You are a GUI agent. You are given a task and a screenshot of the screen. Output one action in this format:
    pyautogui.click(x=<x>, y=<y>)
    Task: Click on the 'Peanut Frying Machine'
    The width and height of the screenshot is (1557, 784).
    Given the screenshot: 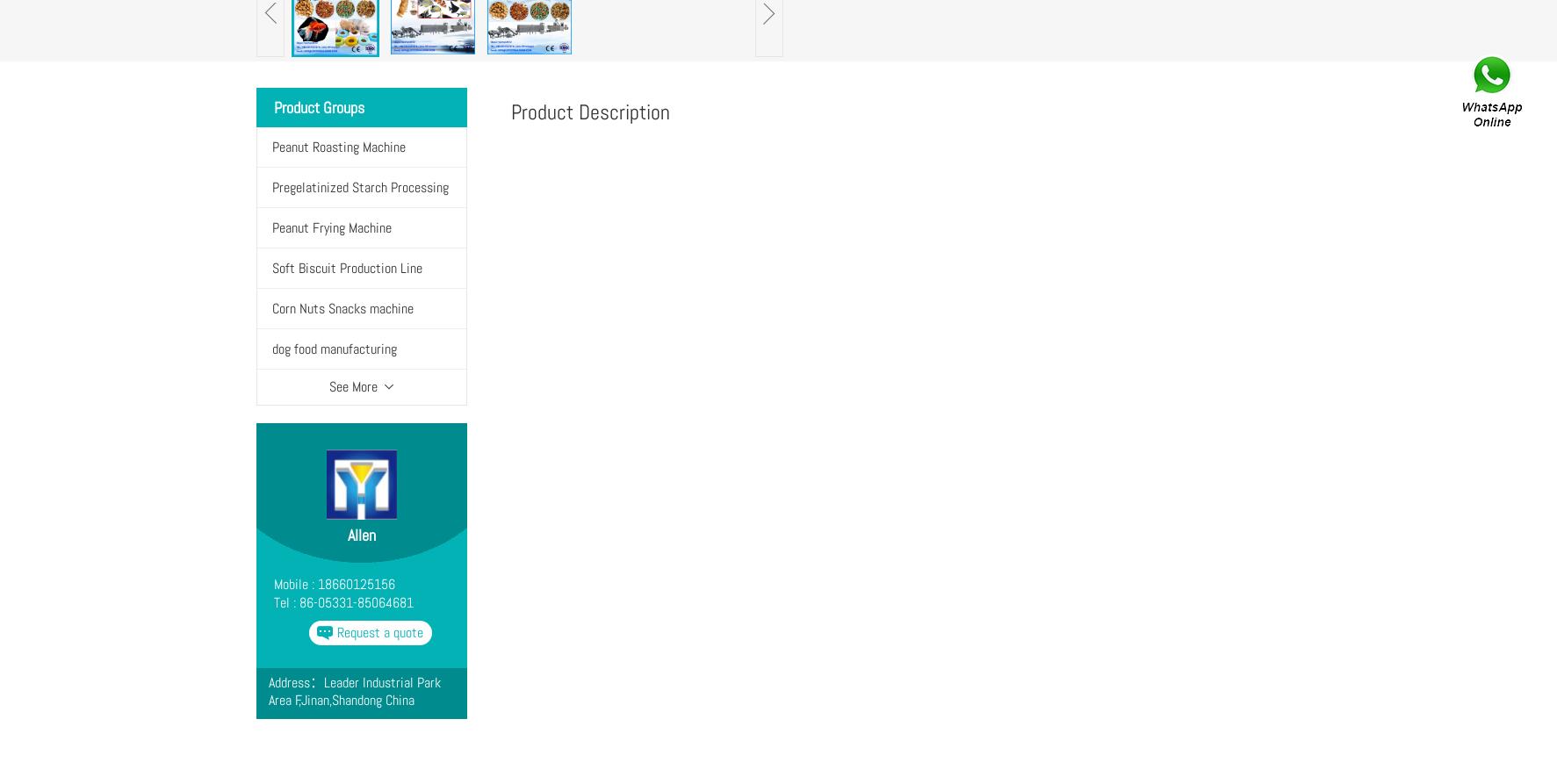 What is the action you would take?
    pyautogui.click(x=330, y=227)
    